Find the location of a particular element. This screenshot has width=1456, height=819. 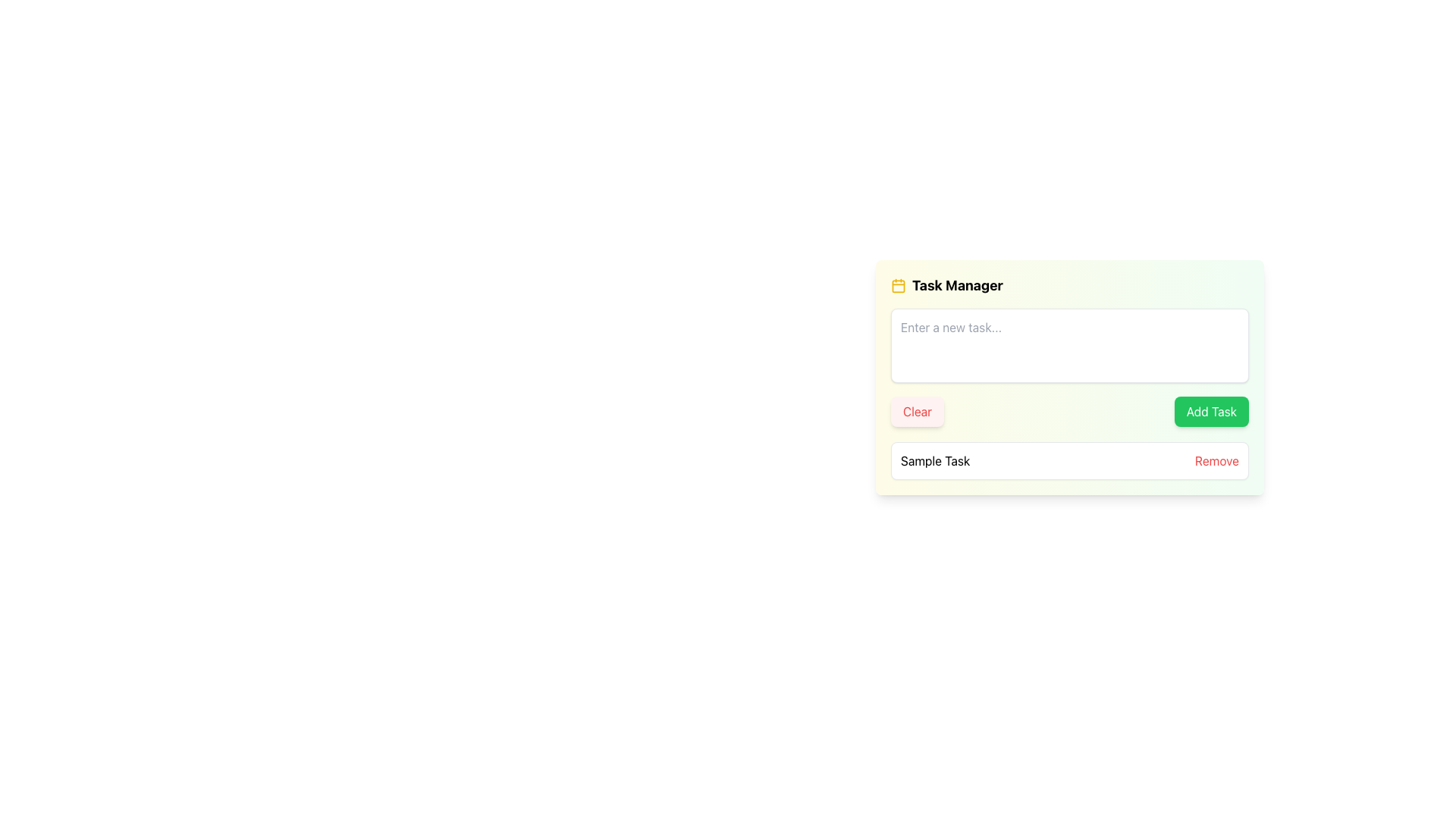

the text label that identifies a task in the task management list, located to the left of the 'Remove' button in the 'Task Manager' interface is located at coordinates (934, 460).